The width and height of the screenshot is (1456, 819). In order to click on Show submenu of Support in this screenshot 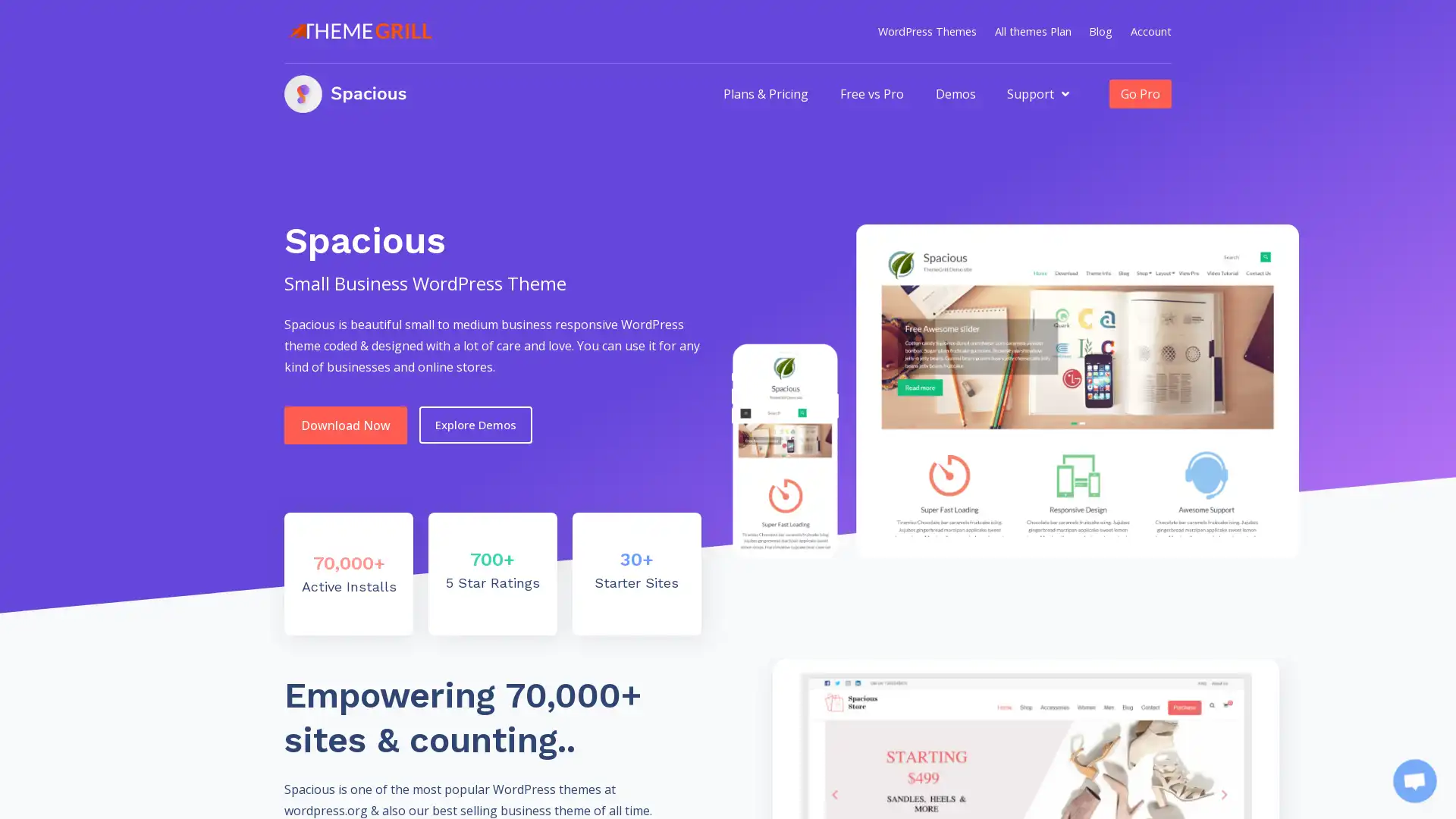, I will do `click(1065, 93)`.